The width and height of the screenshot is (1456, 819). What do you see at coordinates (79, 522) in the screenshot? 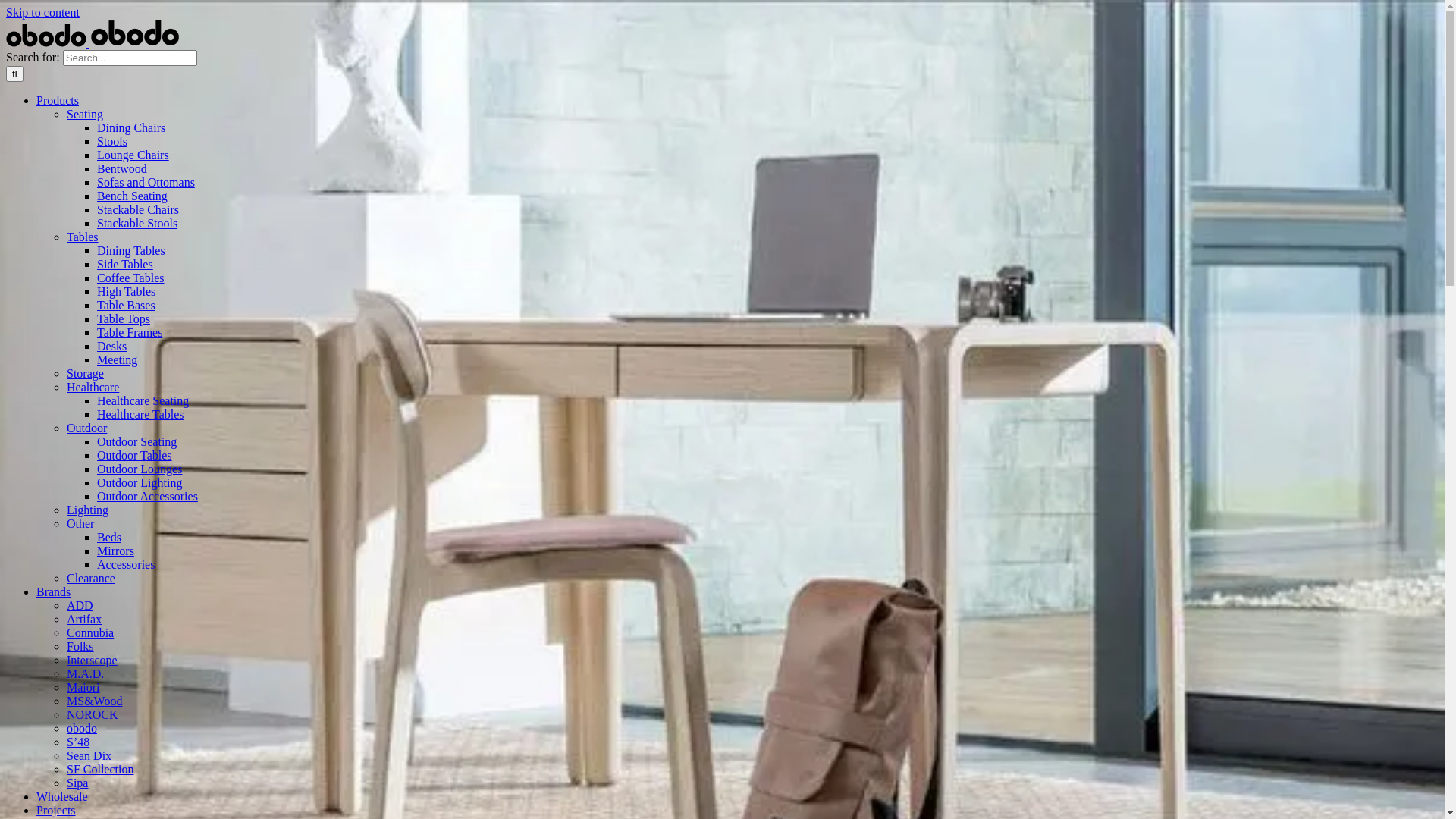
I see `'Other'` at bounding box center [79, 522].